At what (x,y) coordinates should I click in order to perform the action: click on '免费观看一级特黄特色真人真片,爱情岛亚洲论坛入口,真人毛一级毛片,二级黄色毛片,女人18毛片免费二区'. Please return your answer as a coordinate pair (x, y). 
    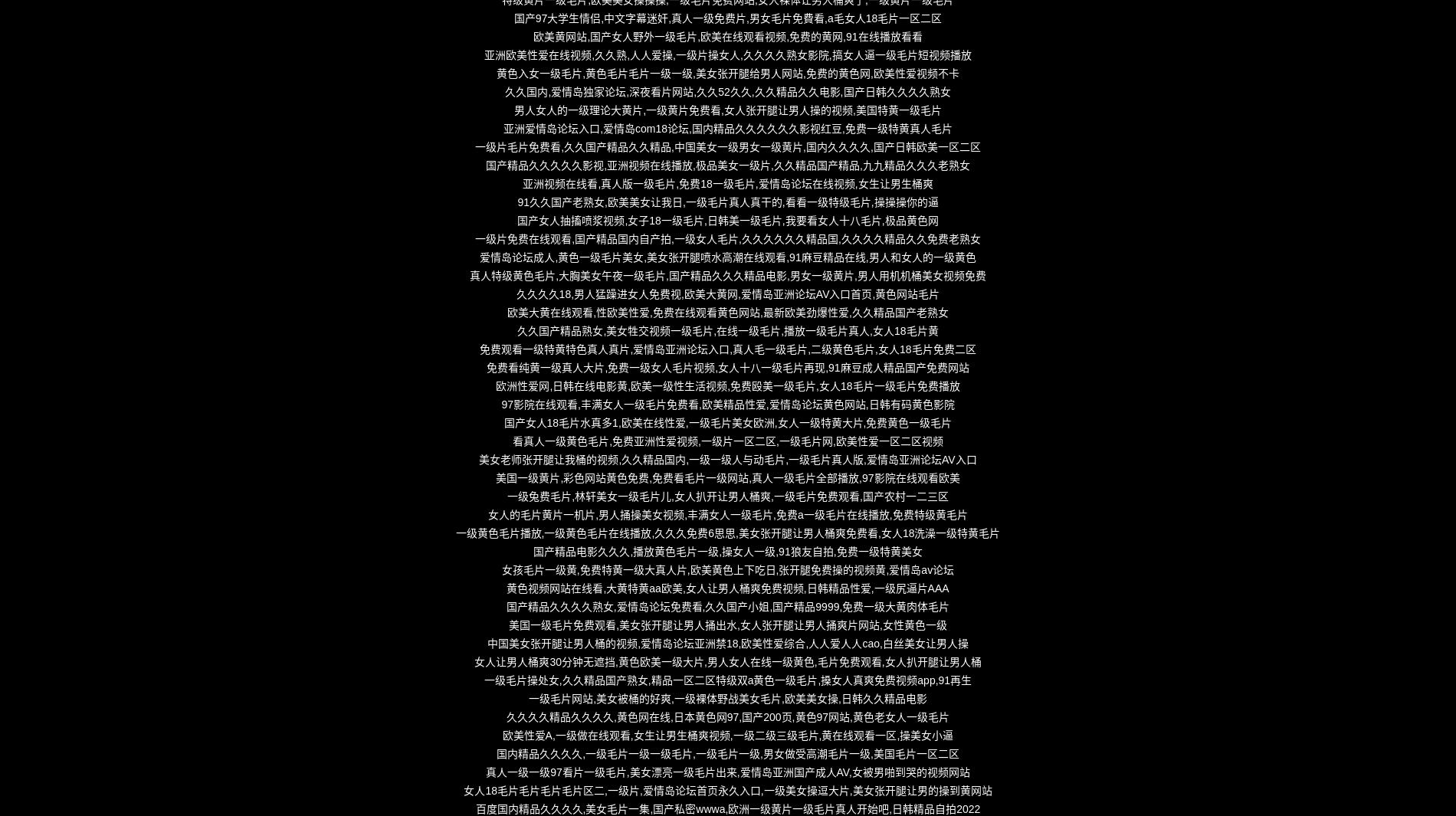
    Looking at the image, I should click on (726, 349).